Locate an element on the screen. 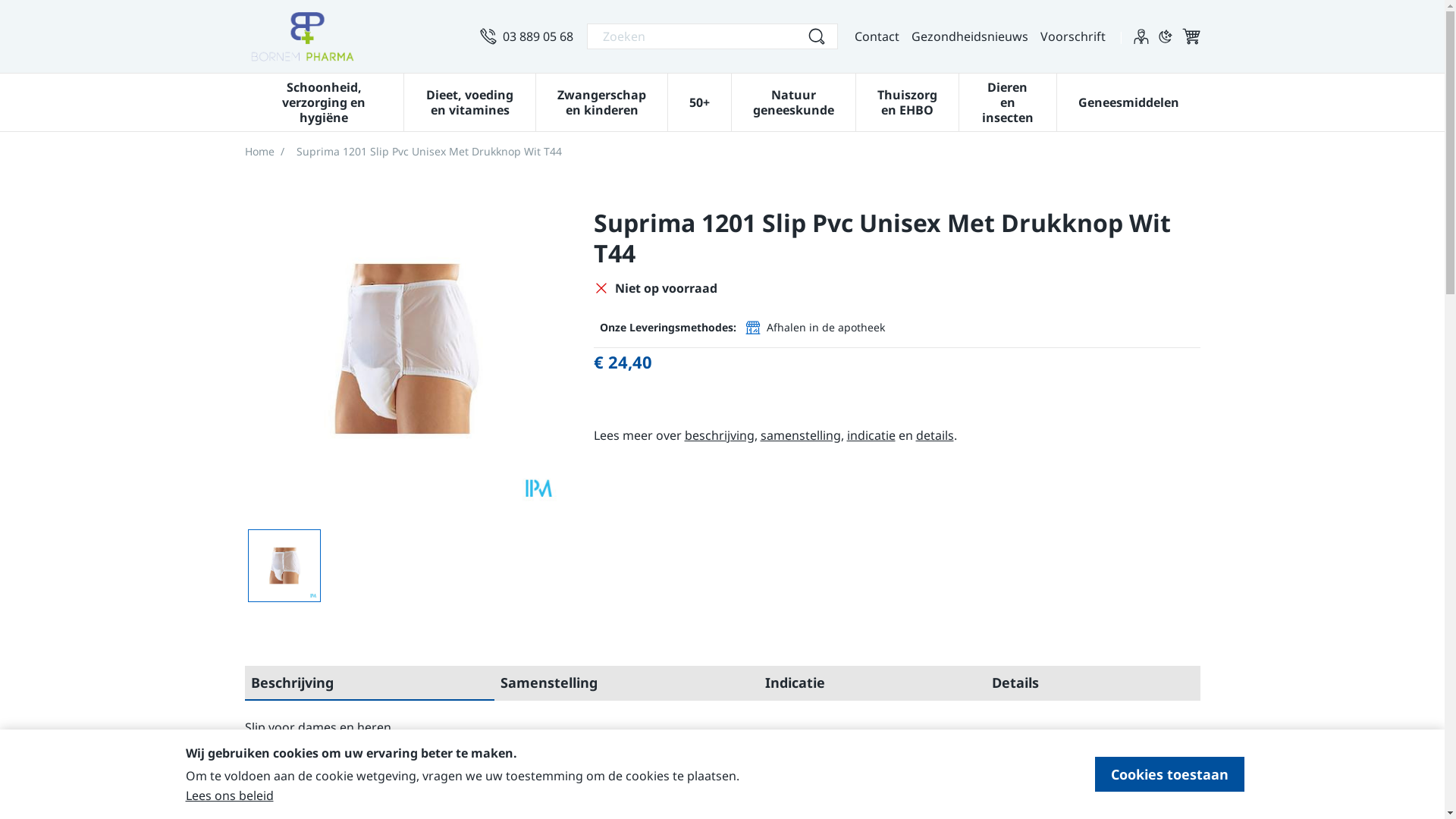 The image size is (1456, 819). 'Dieet, voeding en vitamines' is located at coordinates (469, 100).